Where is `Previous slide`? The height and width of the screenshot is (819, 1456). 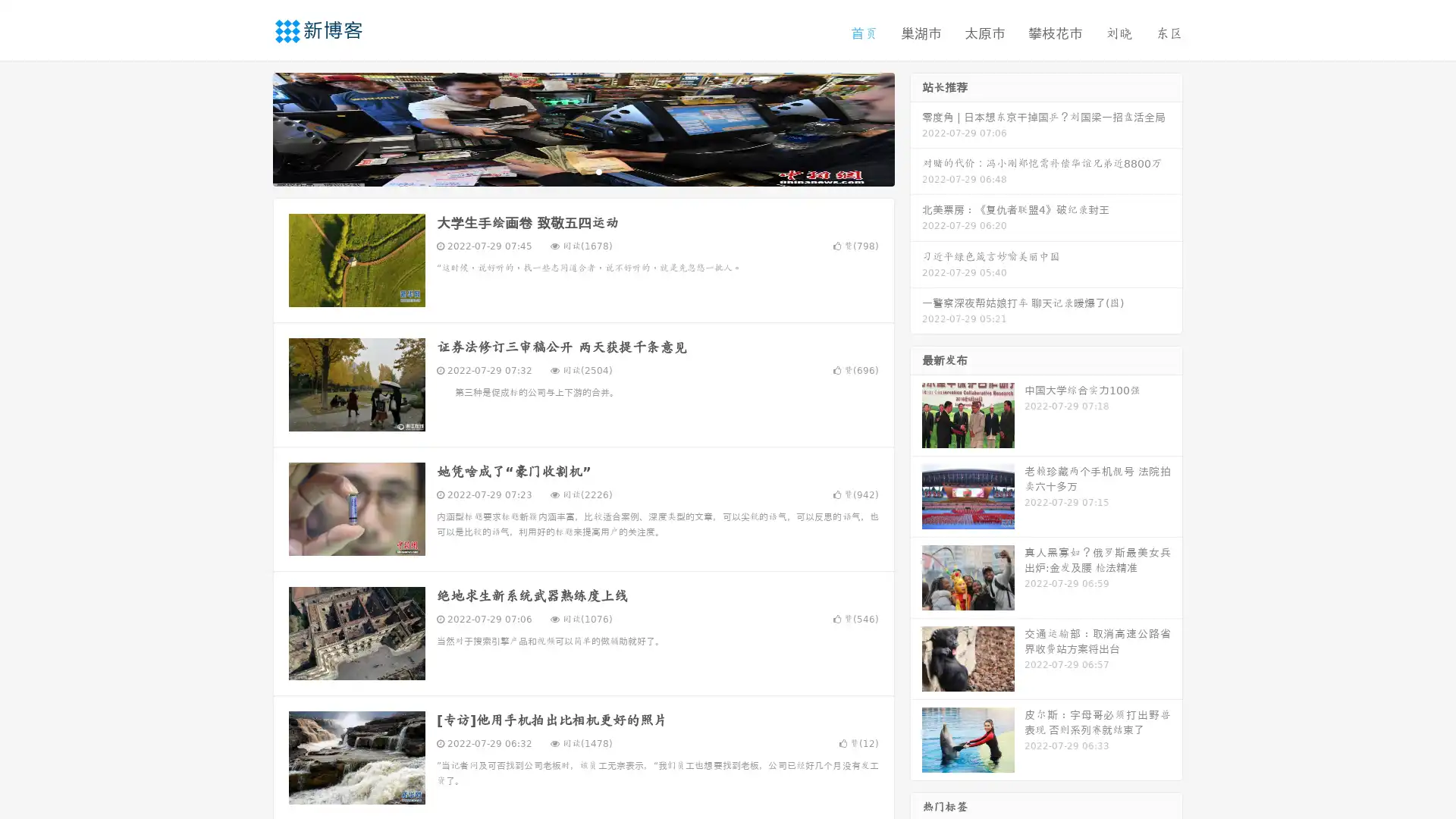 Previous slide is located at coordinates (250, 127).